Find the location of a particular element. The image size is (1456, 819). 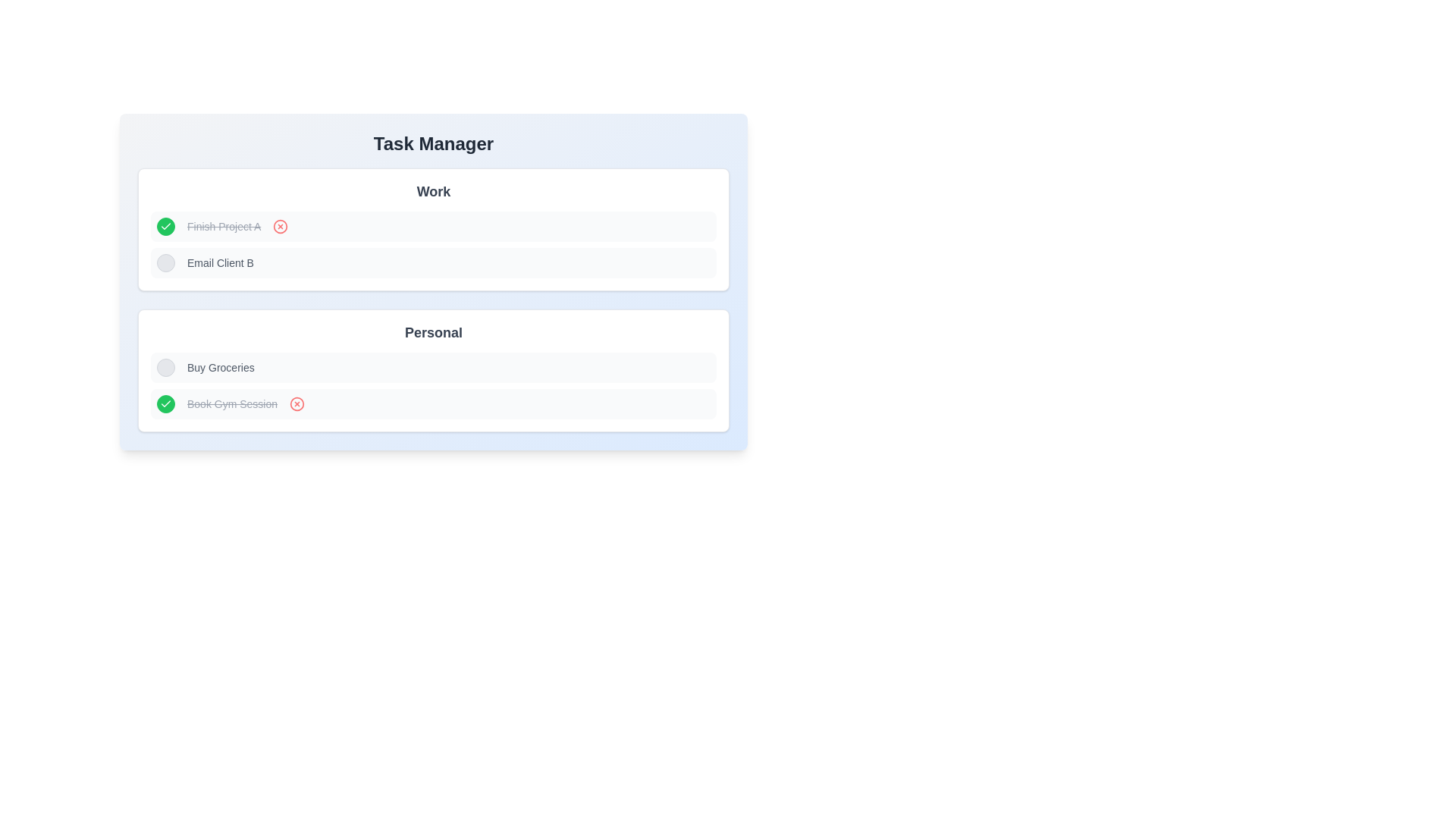

the static text label that reads 'Personal', which is styled in a large, bold gray font and serves as a section title for the tasks below is located at coordinates (432, 332).